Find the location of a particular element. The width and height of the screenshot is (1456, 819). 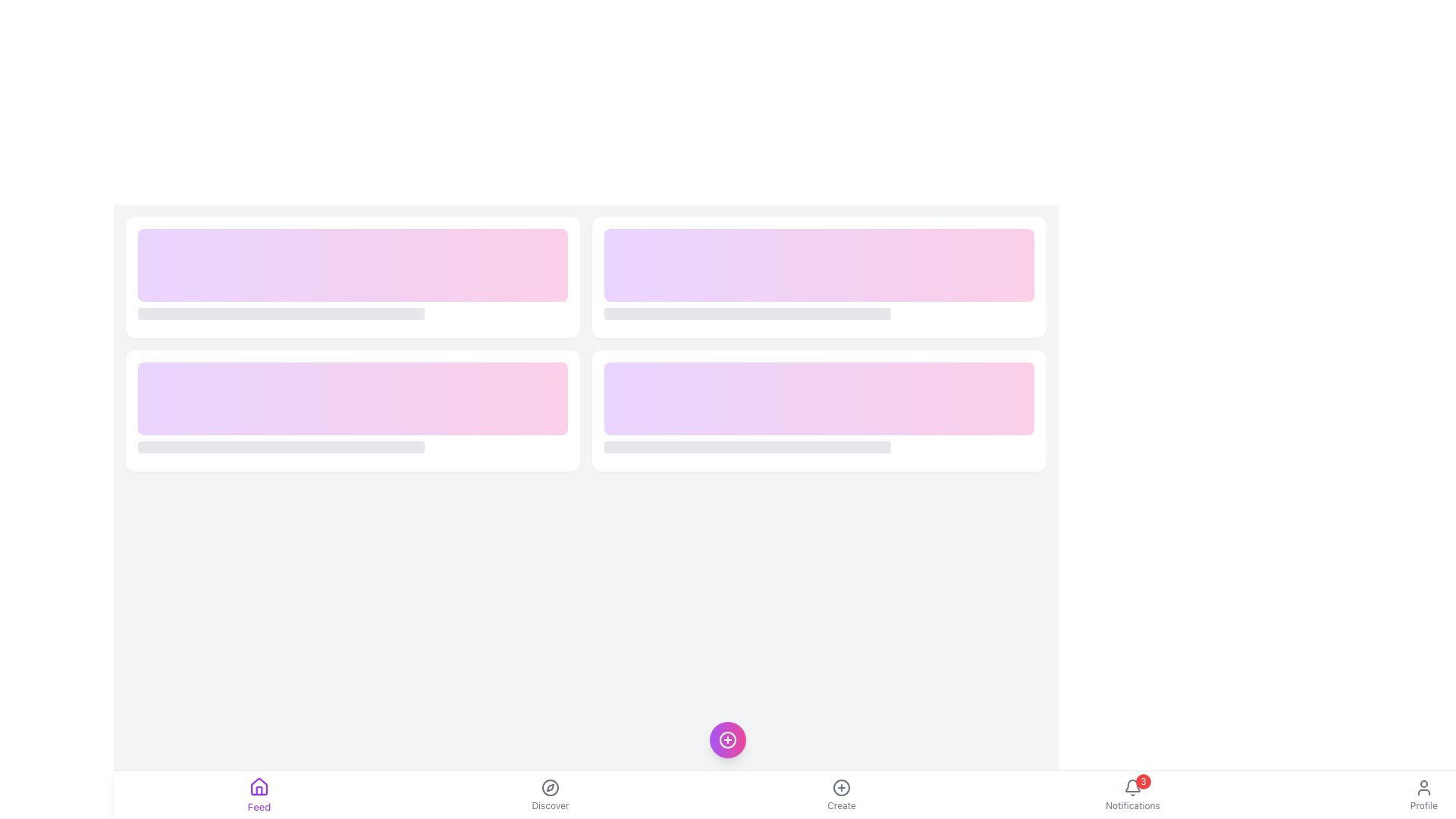

the decorative UI component with a gradient background transitioning from light purple to light pink, located in the lower row of a two-row grid structure, specifically as the right item of its row is located at coordinates (818, 397).